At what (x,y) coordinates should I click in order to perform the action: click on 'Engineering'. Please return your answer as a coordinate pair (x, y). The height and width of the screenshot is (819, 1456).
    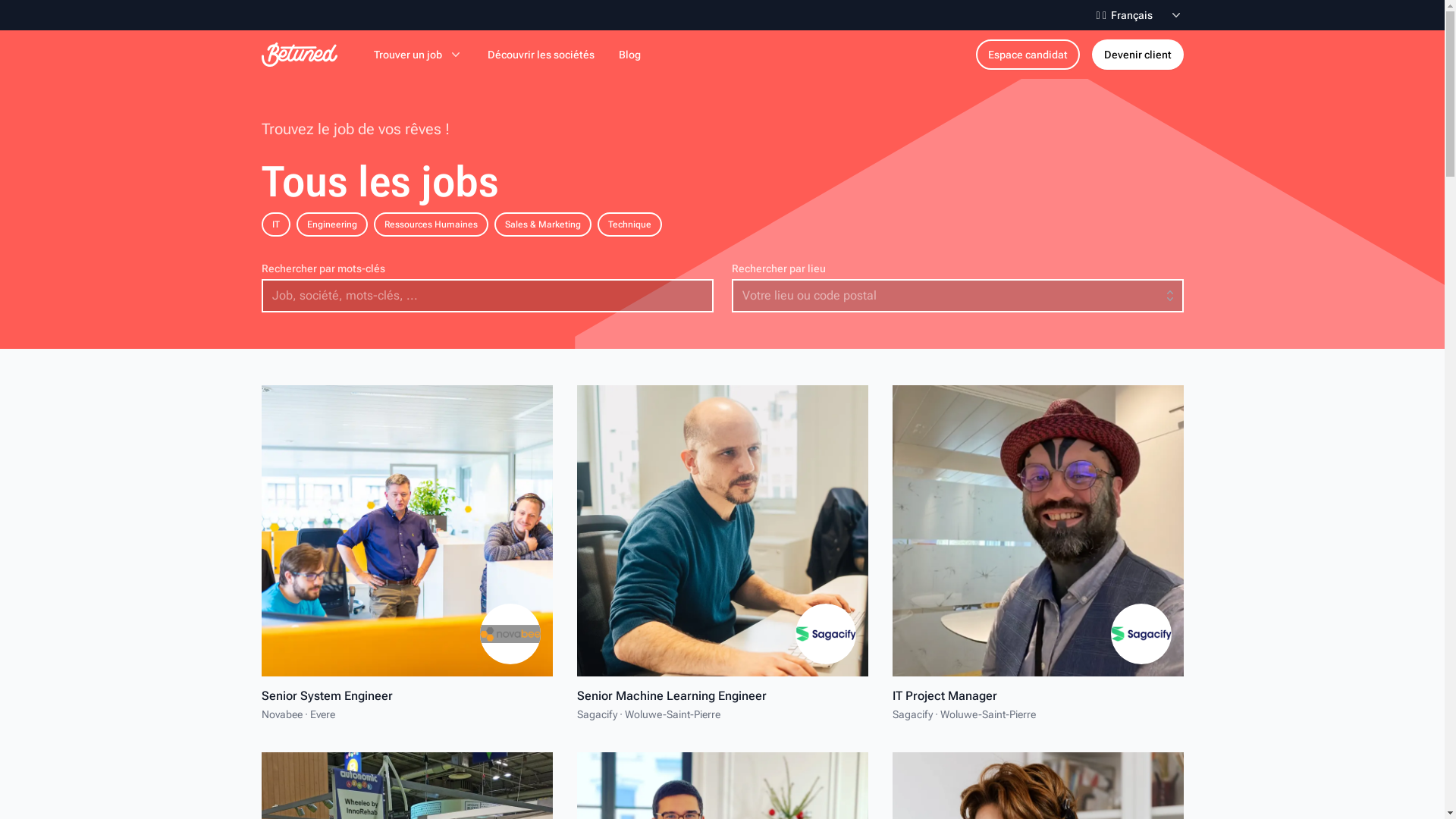
    Looking at the image, I should click on (330, 224).